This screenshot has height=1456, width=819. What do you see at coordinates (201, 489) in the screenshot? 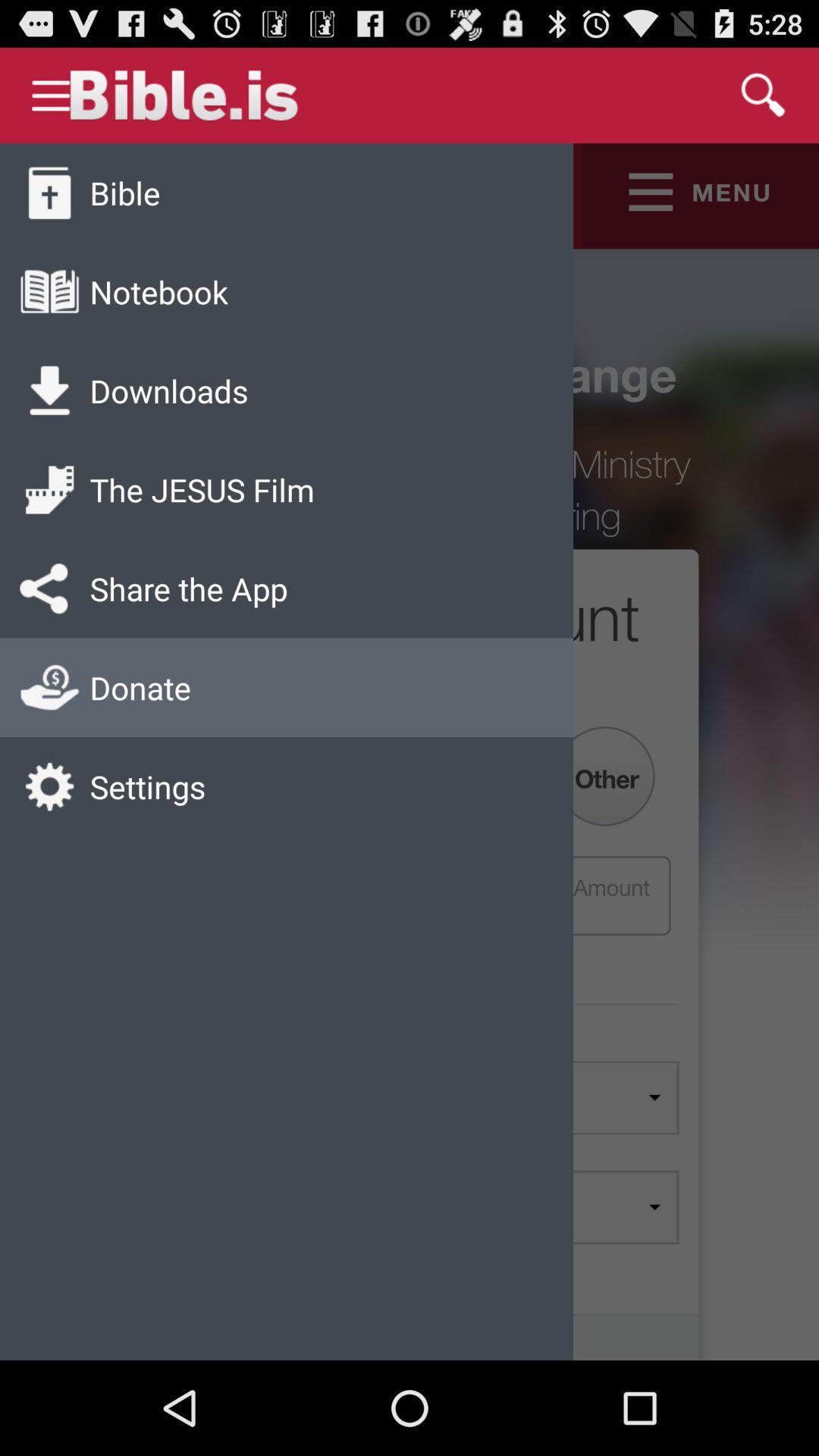
I see `item below the downloads` at bounding box center [201, 489].